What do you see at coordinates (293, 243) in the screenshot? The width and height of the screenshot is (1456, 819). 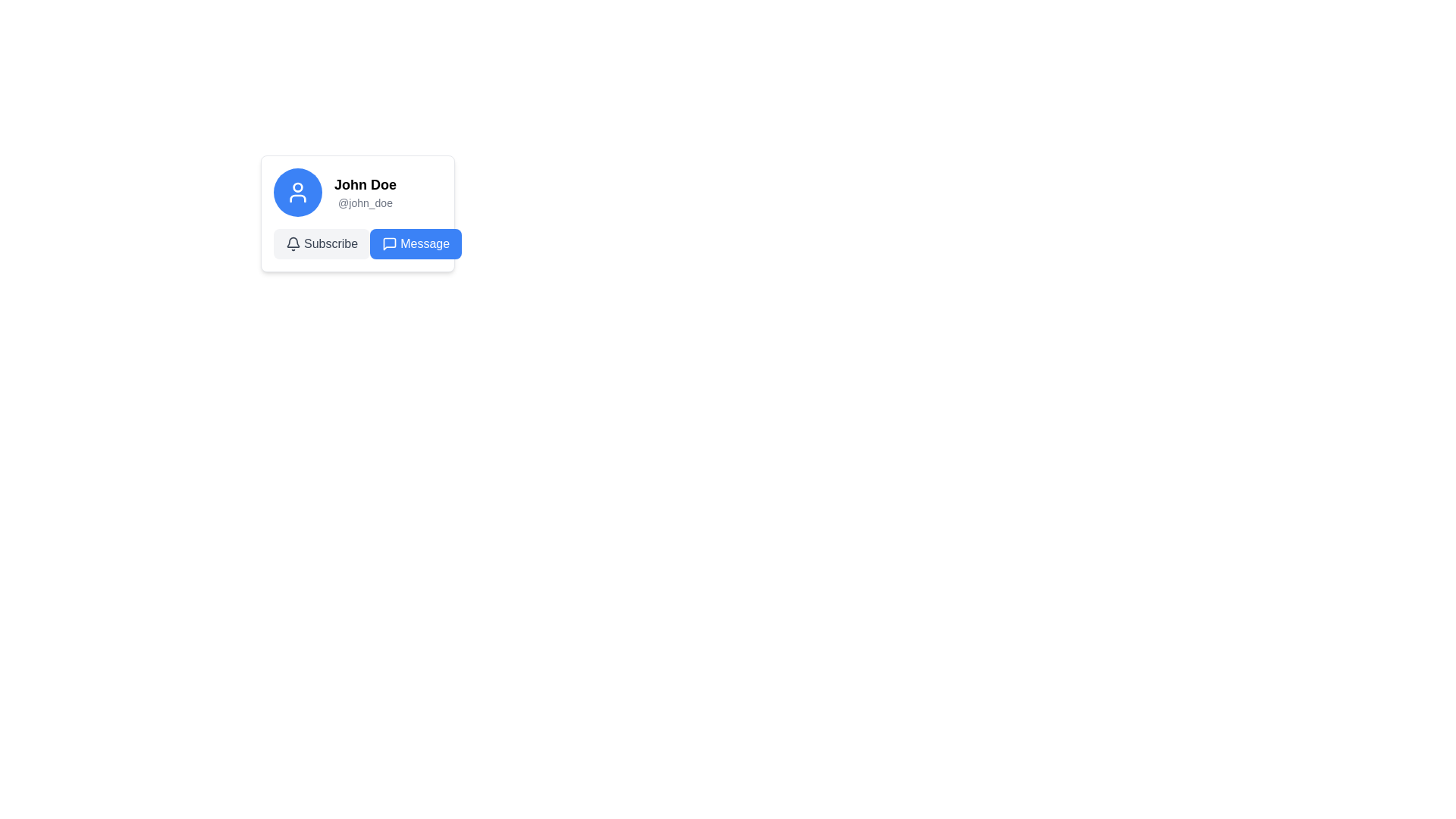 I see `the bell icon located to the left of the 'Subscribe' text in the button labeled 'Subscribe'` at bounding box center [293, 243].